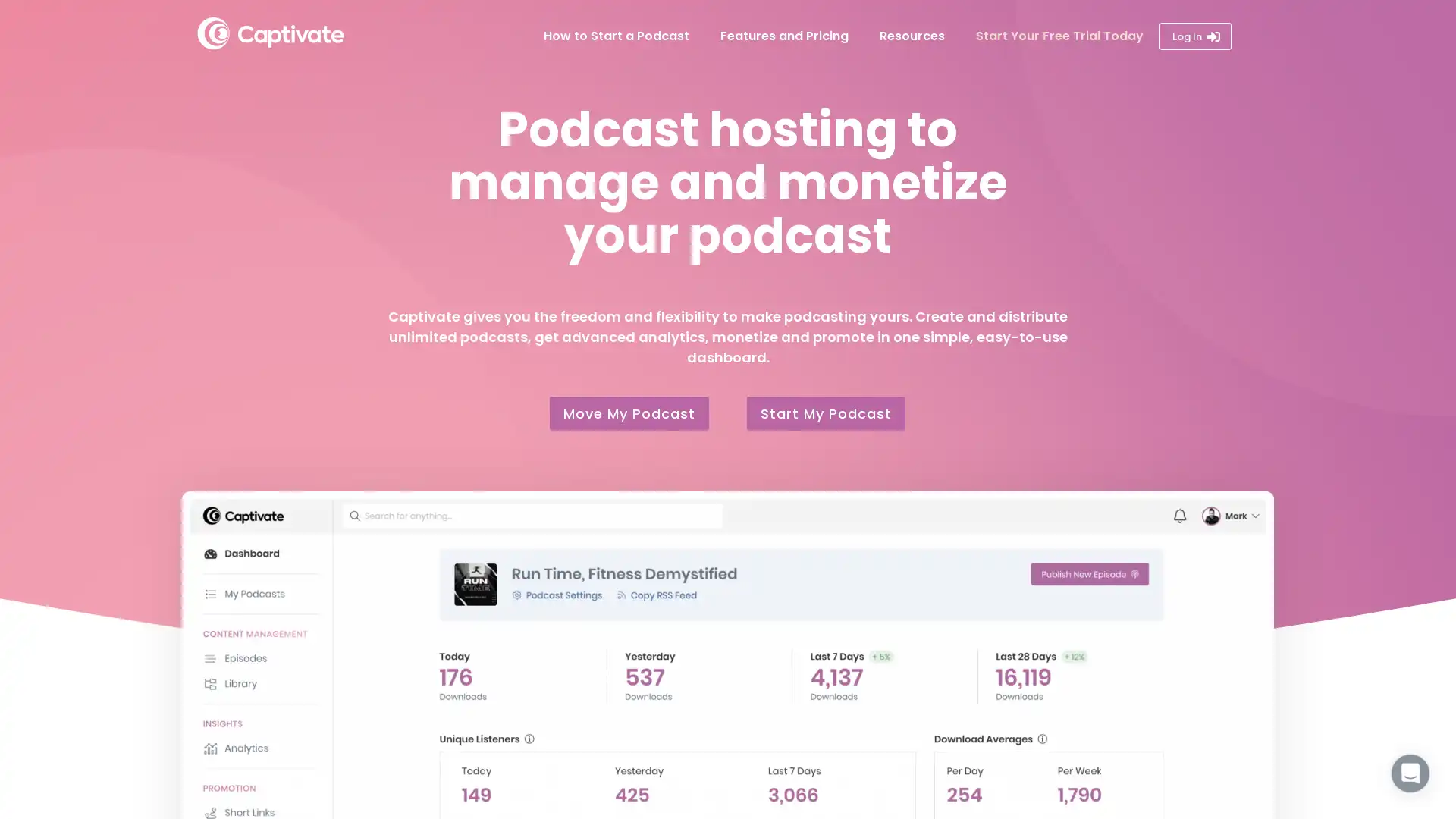 The height and width of the screenshot is (819, 1456). What do you see at coordinates (825, 413) in the screenshot?
I see `Start My Podcast` at bounding box center [825, 413].